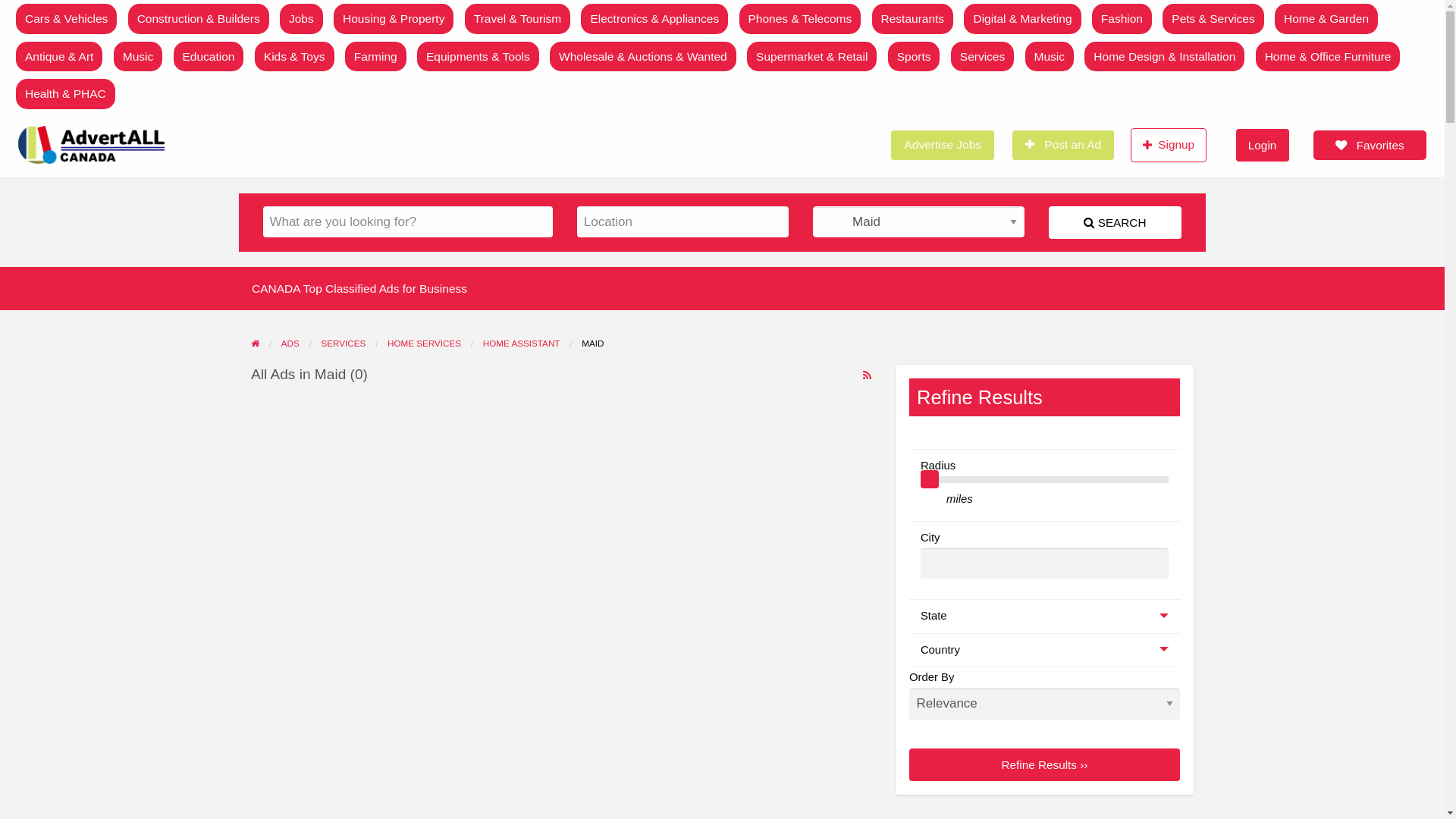  What do you see at coordinates (1161, 18) in the screenshot?
I see `'Pets & Services'` at bounding box center [1161, 18].